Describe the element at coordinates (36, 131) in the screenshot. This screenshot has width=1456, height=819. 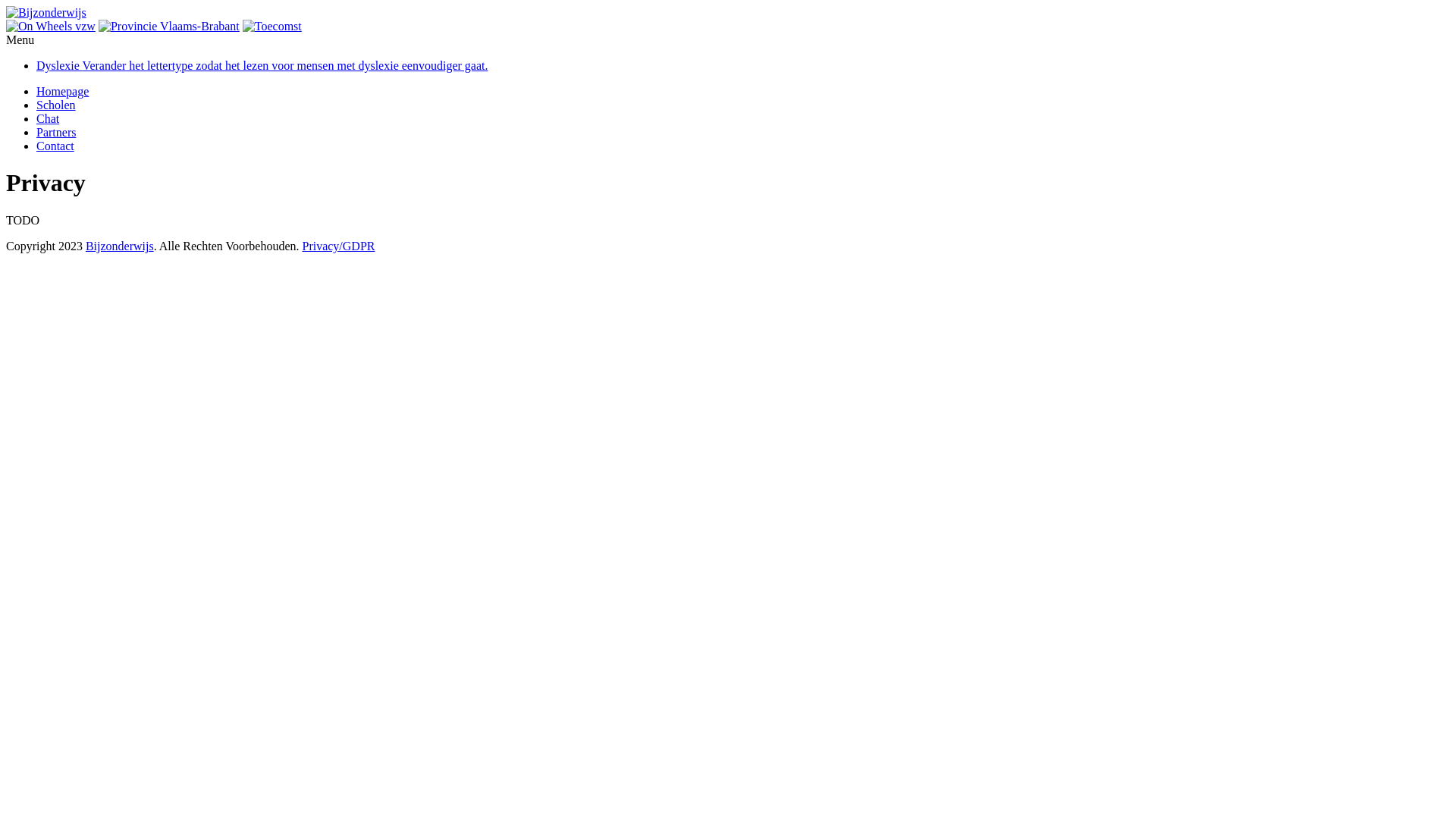
I see `'Partners'` at that location.